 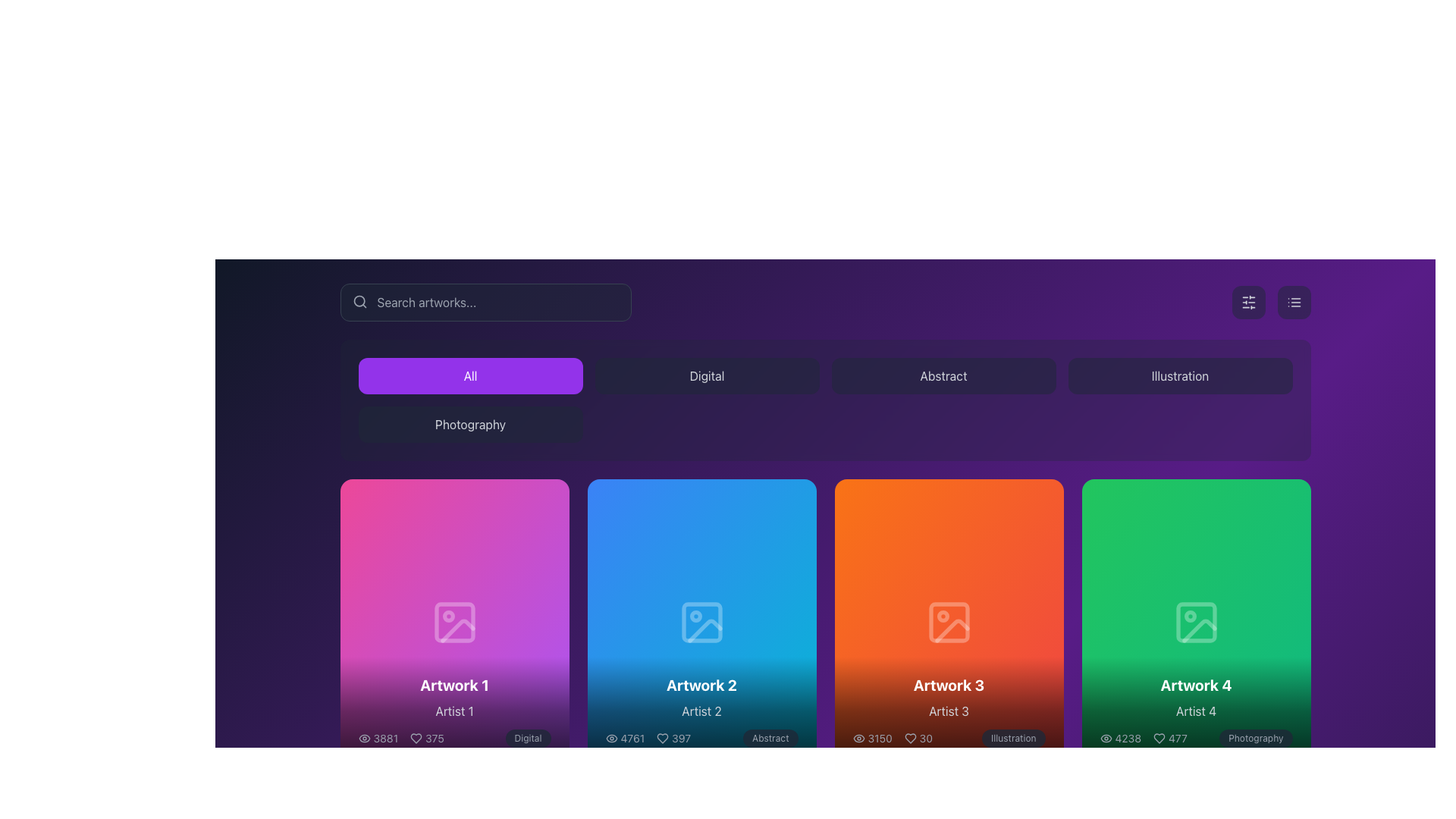 What do you see at coordinates (359, 301) in the screenshot?
I see `the decorative search icon located on the left side of the search bar, adjacent to the placeholder text 'Search artworks...'` at bounding box center [359, 301].